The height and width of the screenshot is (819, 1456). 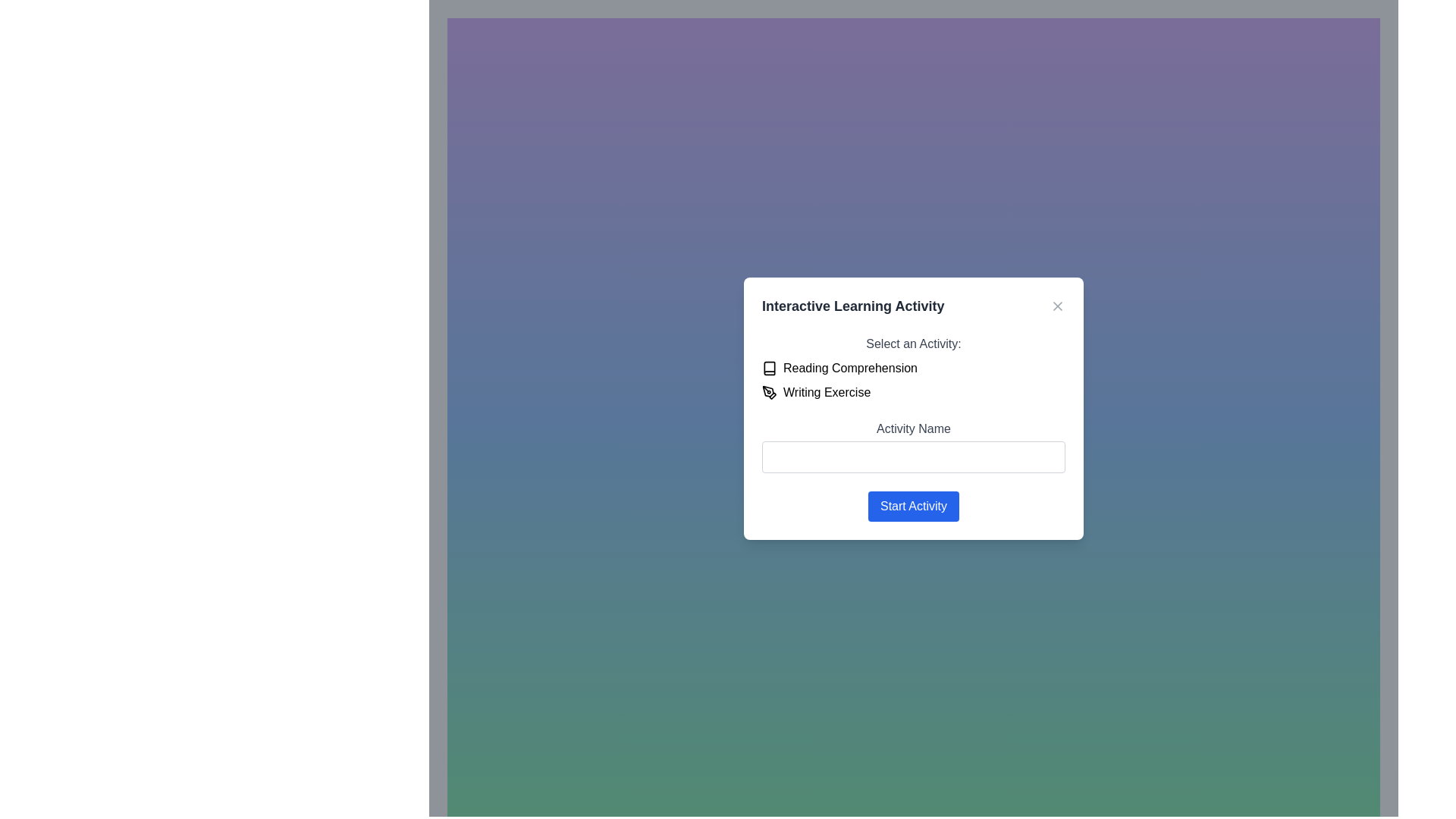 I want to click on the 'Writing Exercise' text label located in the modal dialog box under the 'Select an Activity' section, adjacent to the pen tool icon, so click(x=825, y=391).